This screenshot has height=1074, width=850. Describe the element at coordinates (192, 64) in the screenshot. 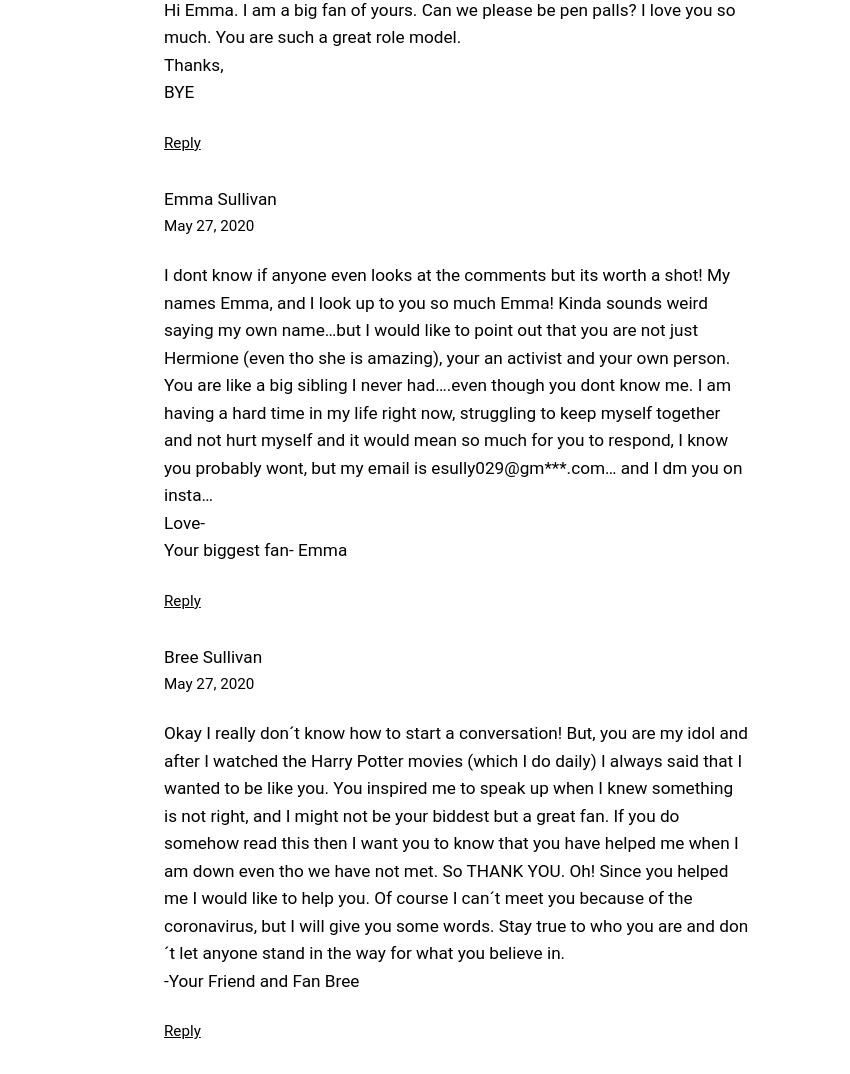

I see `'Thanks,'` at that location.